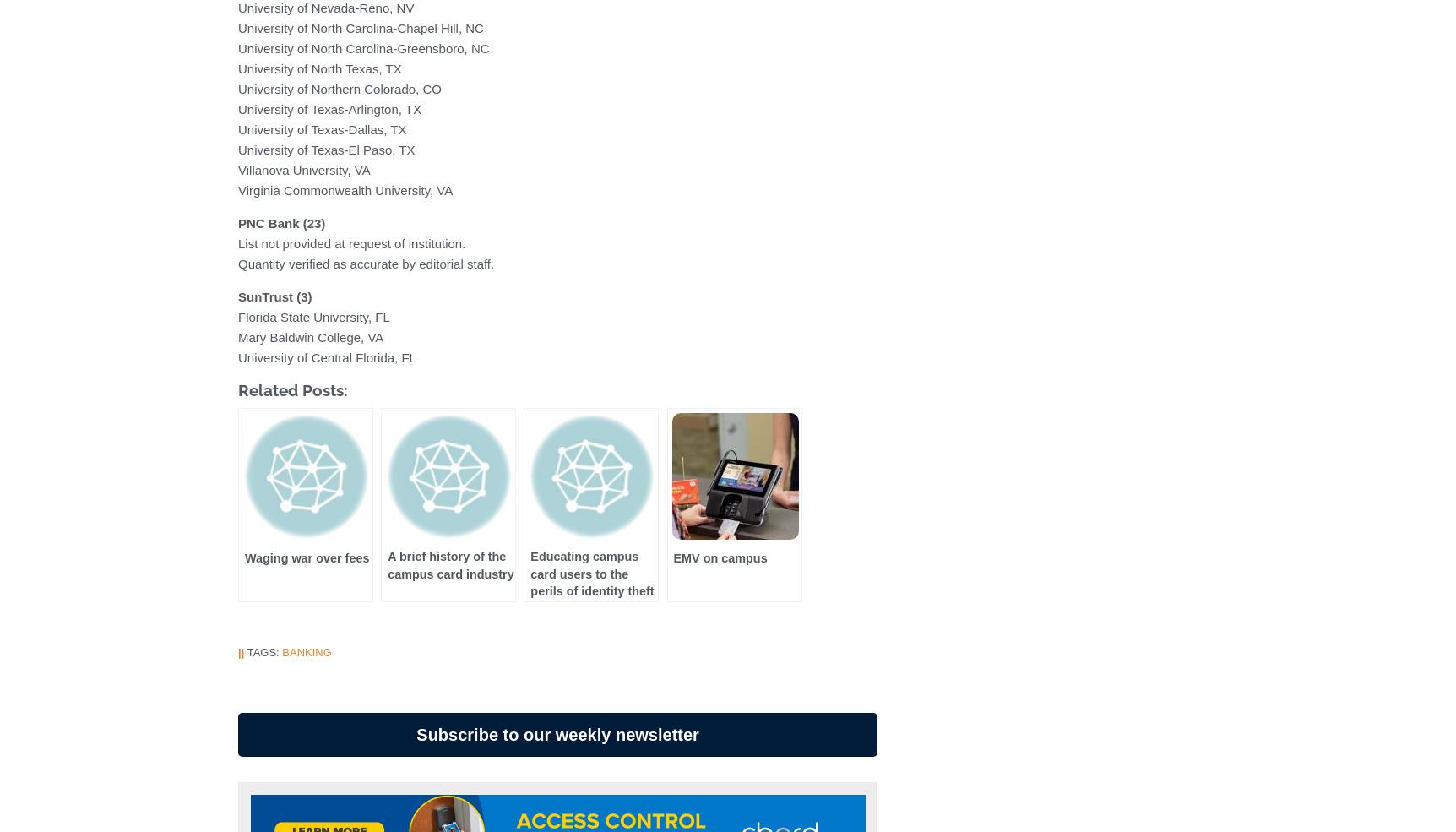 This screenshot has width=1456, height=832. What do you see at coordinates (590, 572) in the screenshot?
I see `'Educating campus card users to the perils of identity theft'` at bounding box center [590, 572].